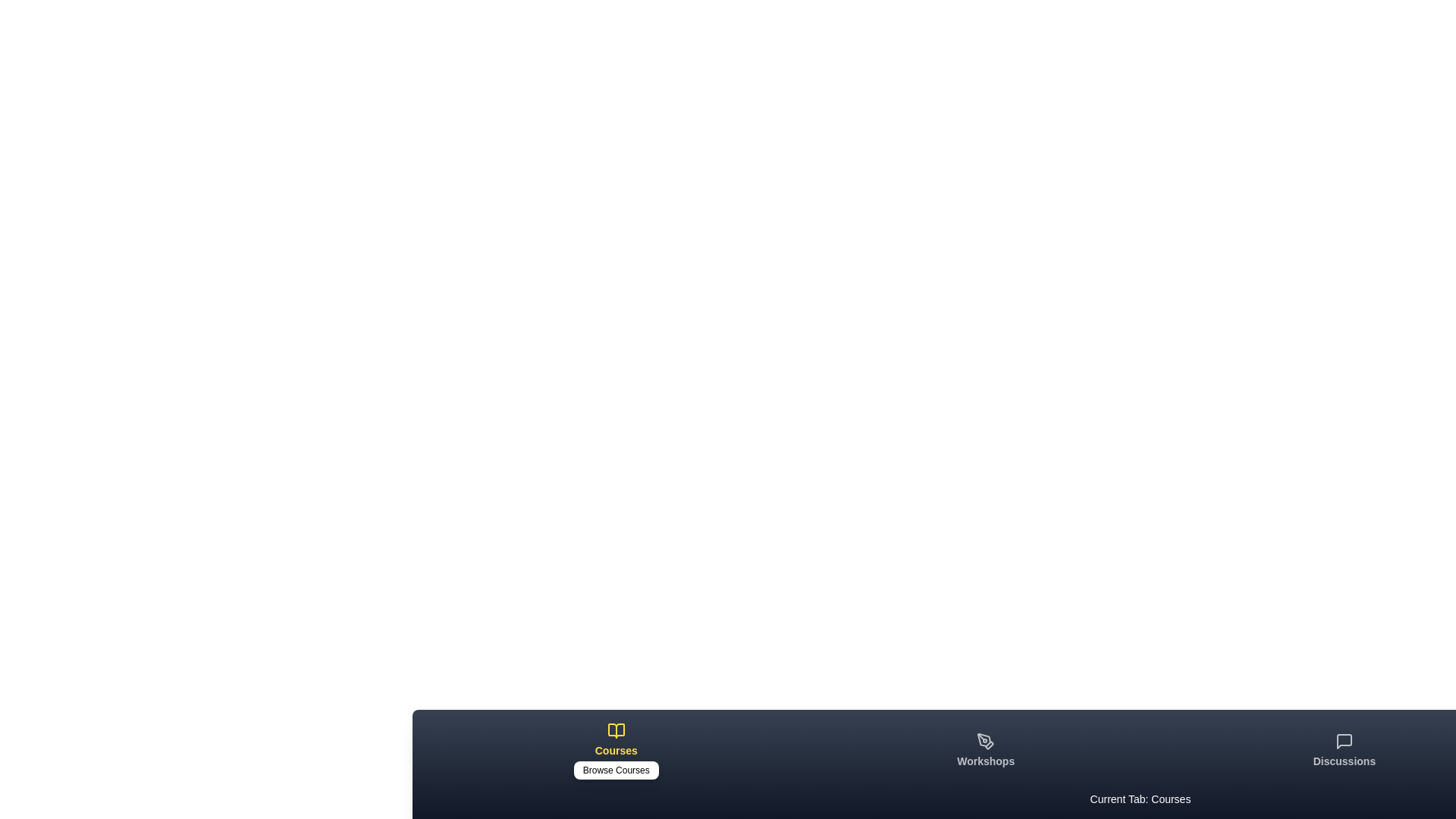 The height and width of the screenshot is (819, 1456). I want to click on the tab labeled Discussions by clicking on its icon or label, so click(1344, 751).